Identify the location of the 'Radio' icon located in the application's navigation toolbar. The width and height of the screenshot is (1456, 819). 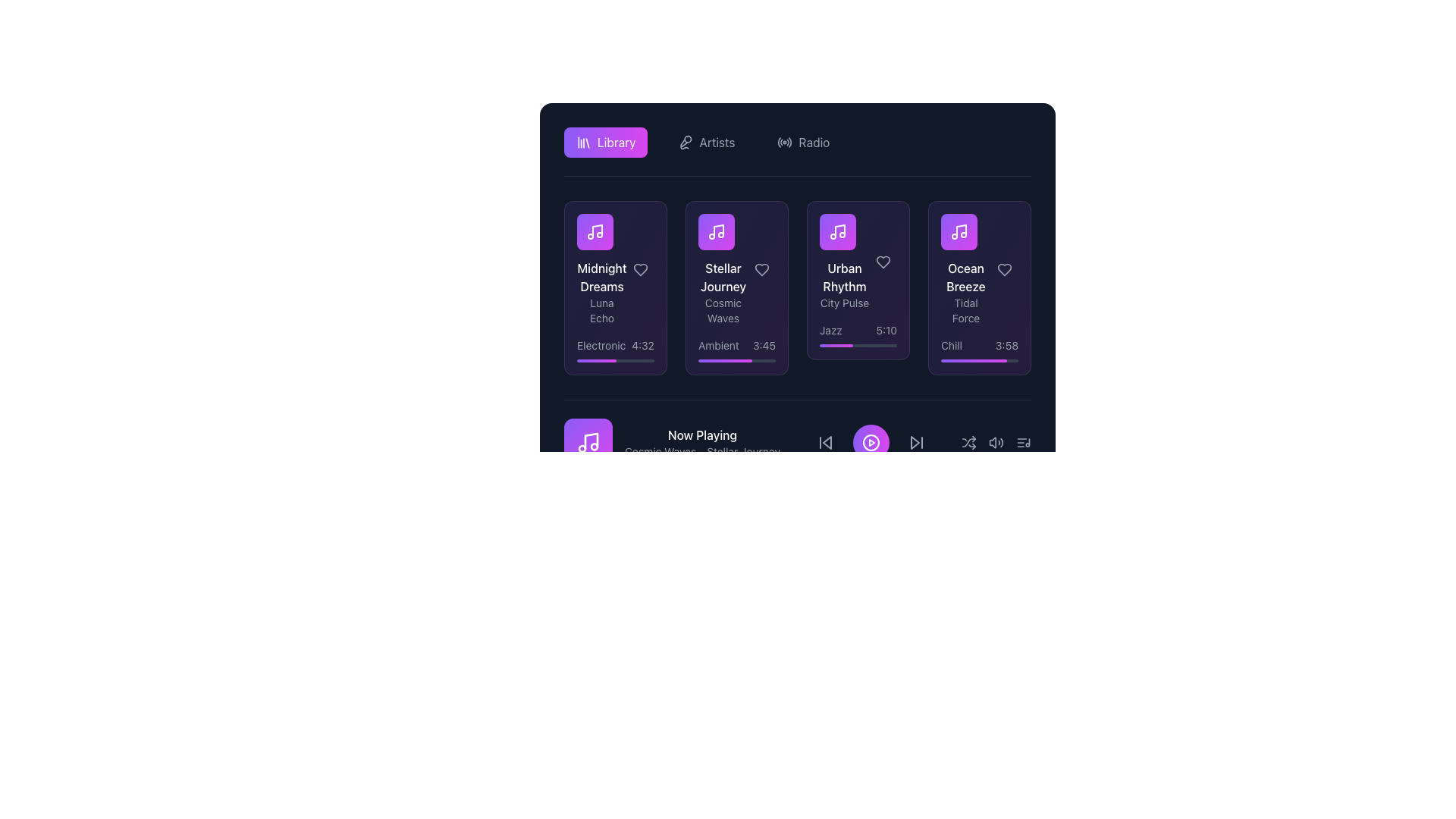
(785, 143).